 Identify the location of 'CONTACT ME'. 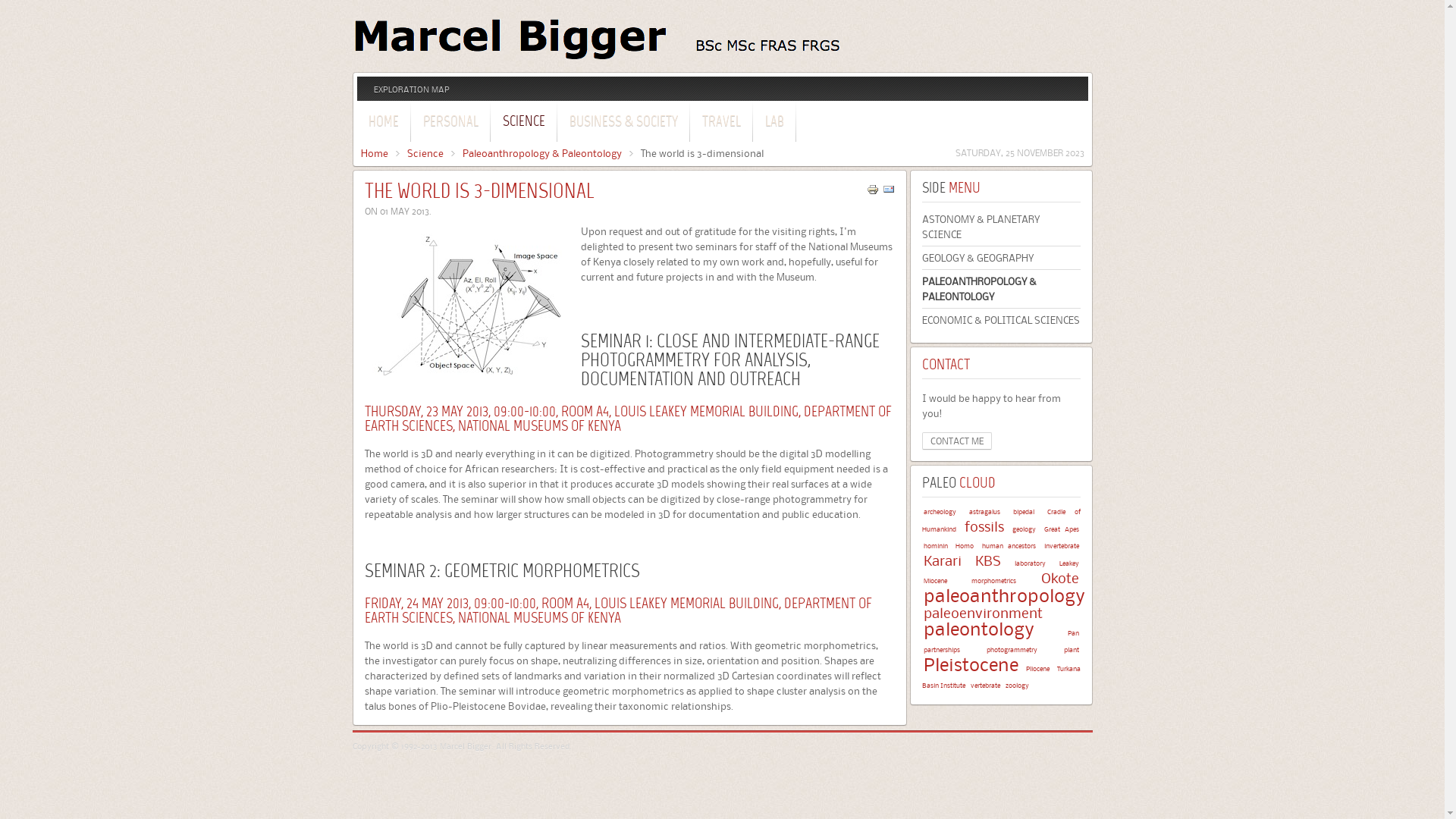
(921, 441).